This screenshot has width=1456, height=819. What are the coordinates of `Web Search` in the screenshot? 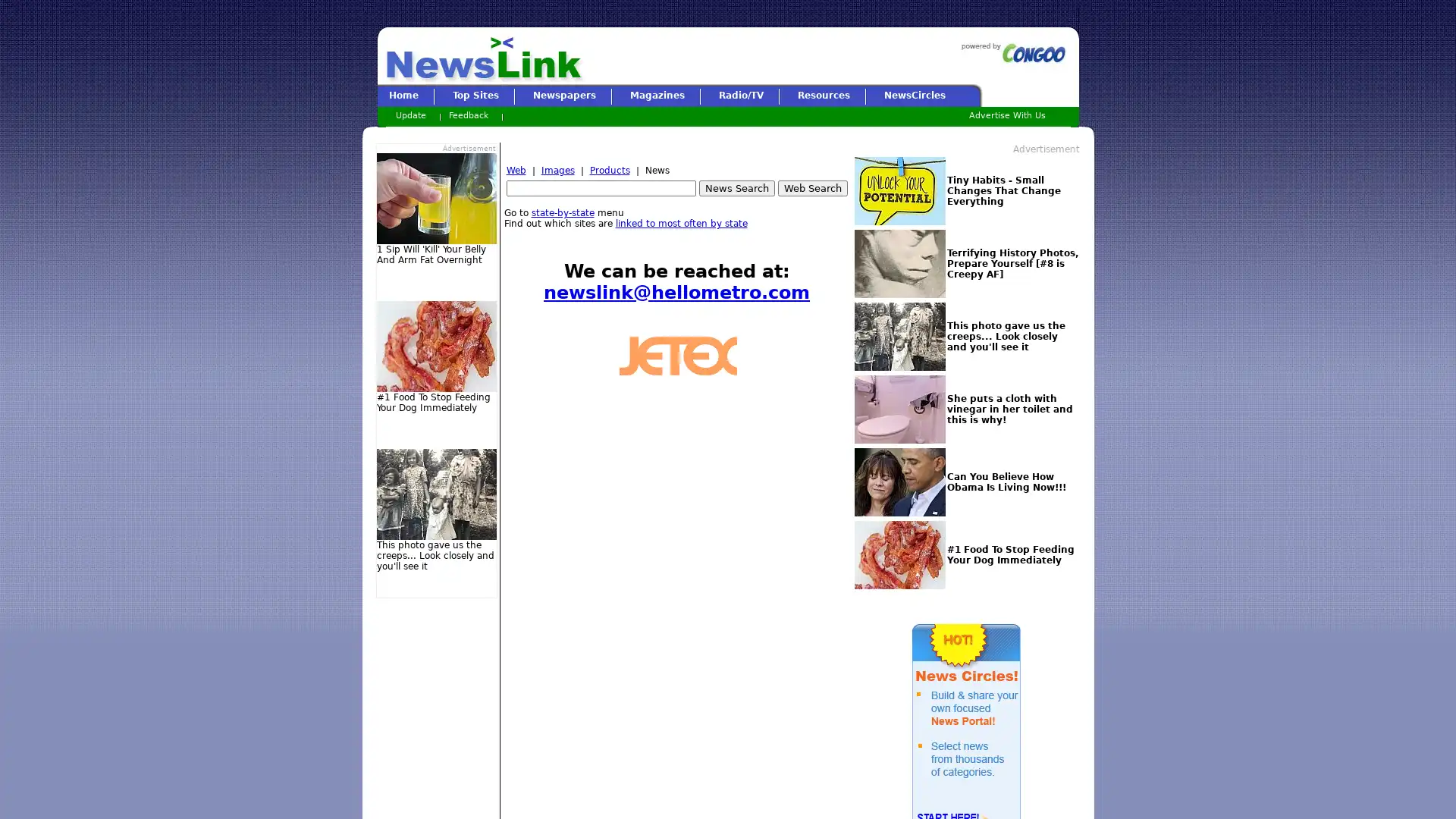 It's located at (811, 187).